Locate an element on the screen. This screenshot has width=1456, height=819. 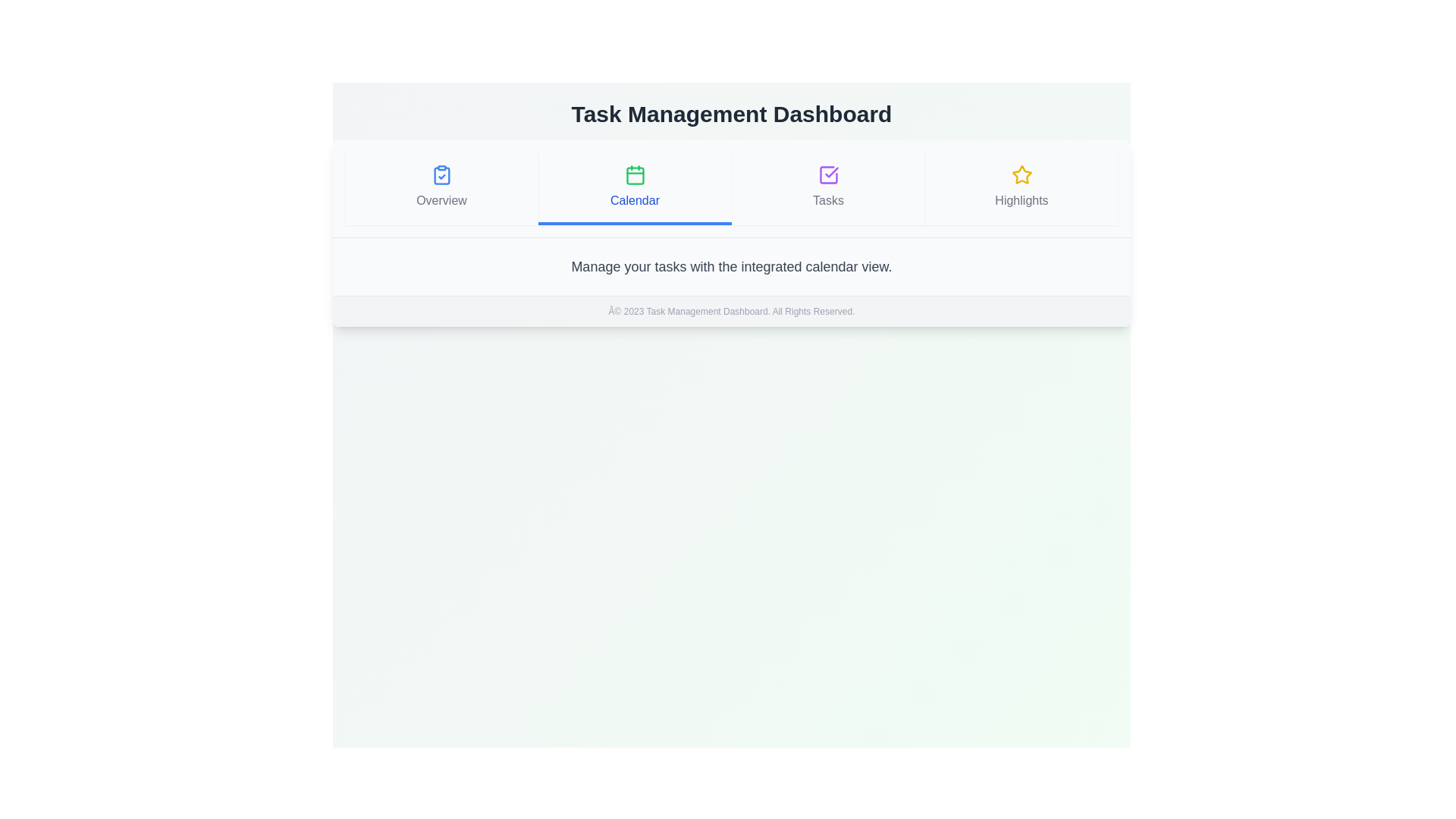
the 'Overview' button in the horizontal navigation bar is located at coordinates (441, 188).